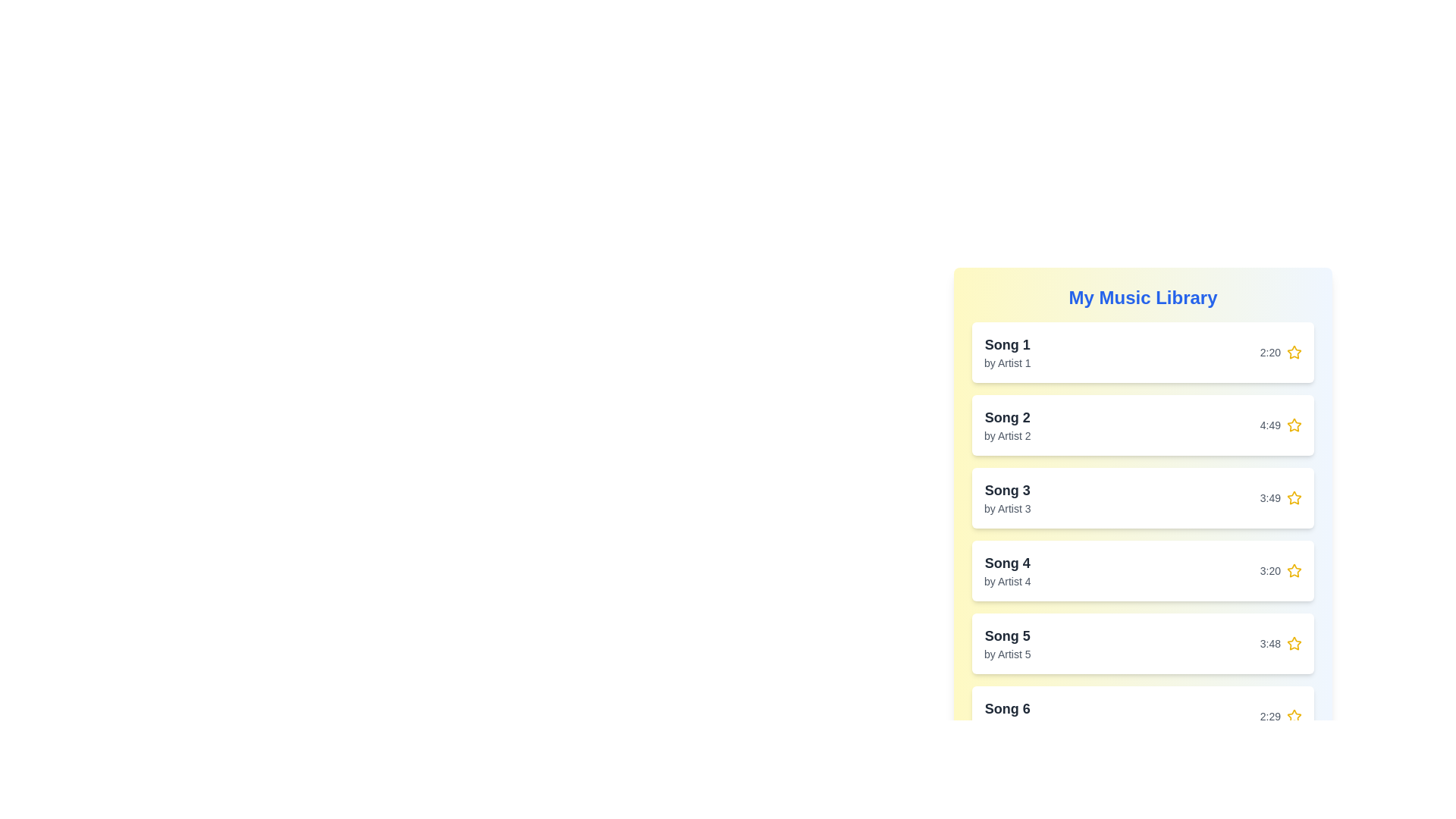 The height and width of the screenshot is (819, 1456). I want to click on the title text display of 'Song 5', so click(1007, 636).